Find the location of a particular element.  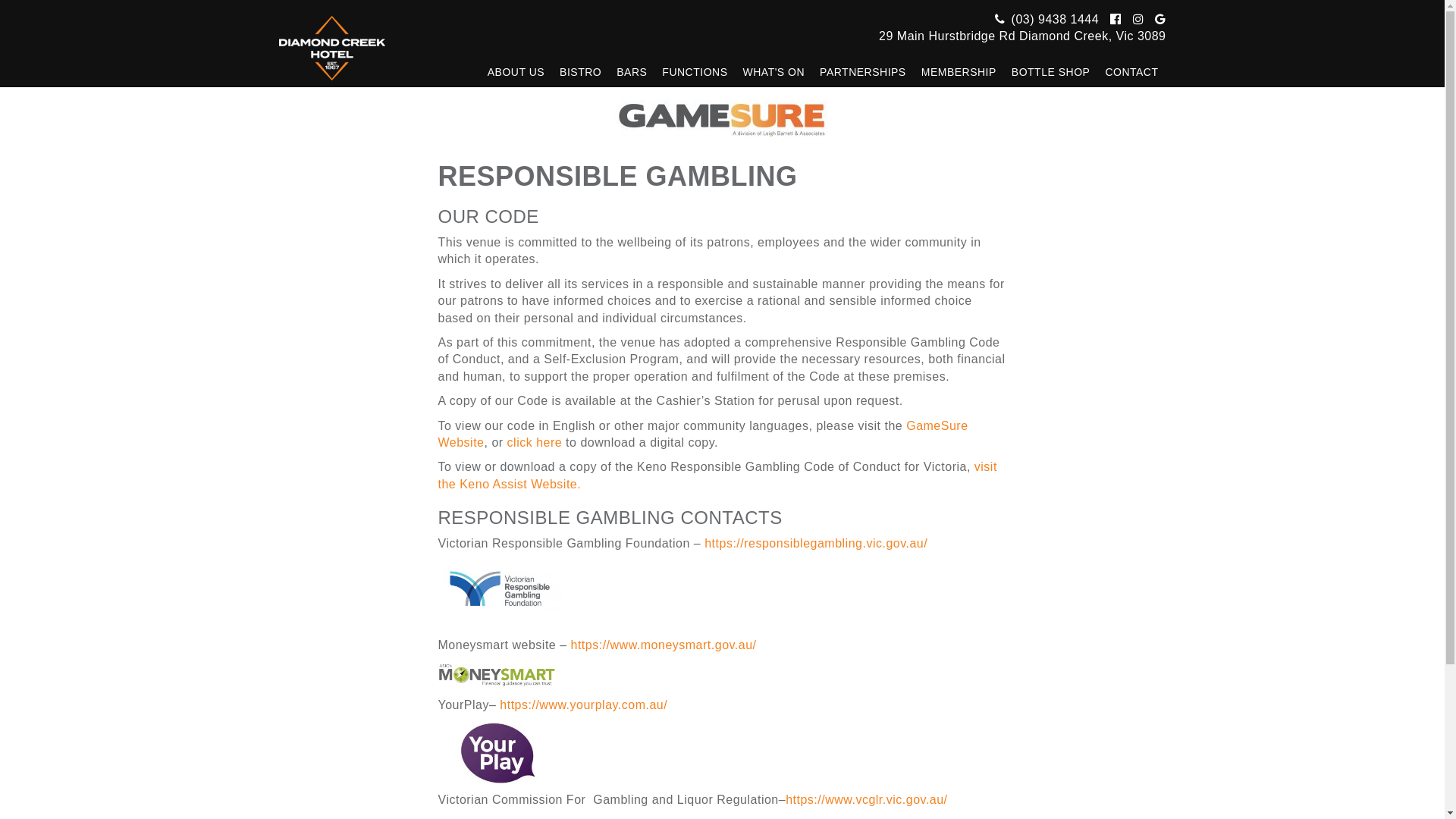

'https://www.moneysmart.gov.au/' is located at coordinates (664, 645).